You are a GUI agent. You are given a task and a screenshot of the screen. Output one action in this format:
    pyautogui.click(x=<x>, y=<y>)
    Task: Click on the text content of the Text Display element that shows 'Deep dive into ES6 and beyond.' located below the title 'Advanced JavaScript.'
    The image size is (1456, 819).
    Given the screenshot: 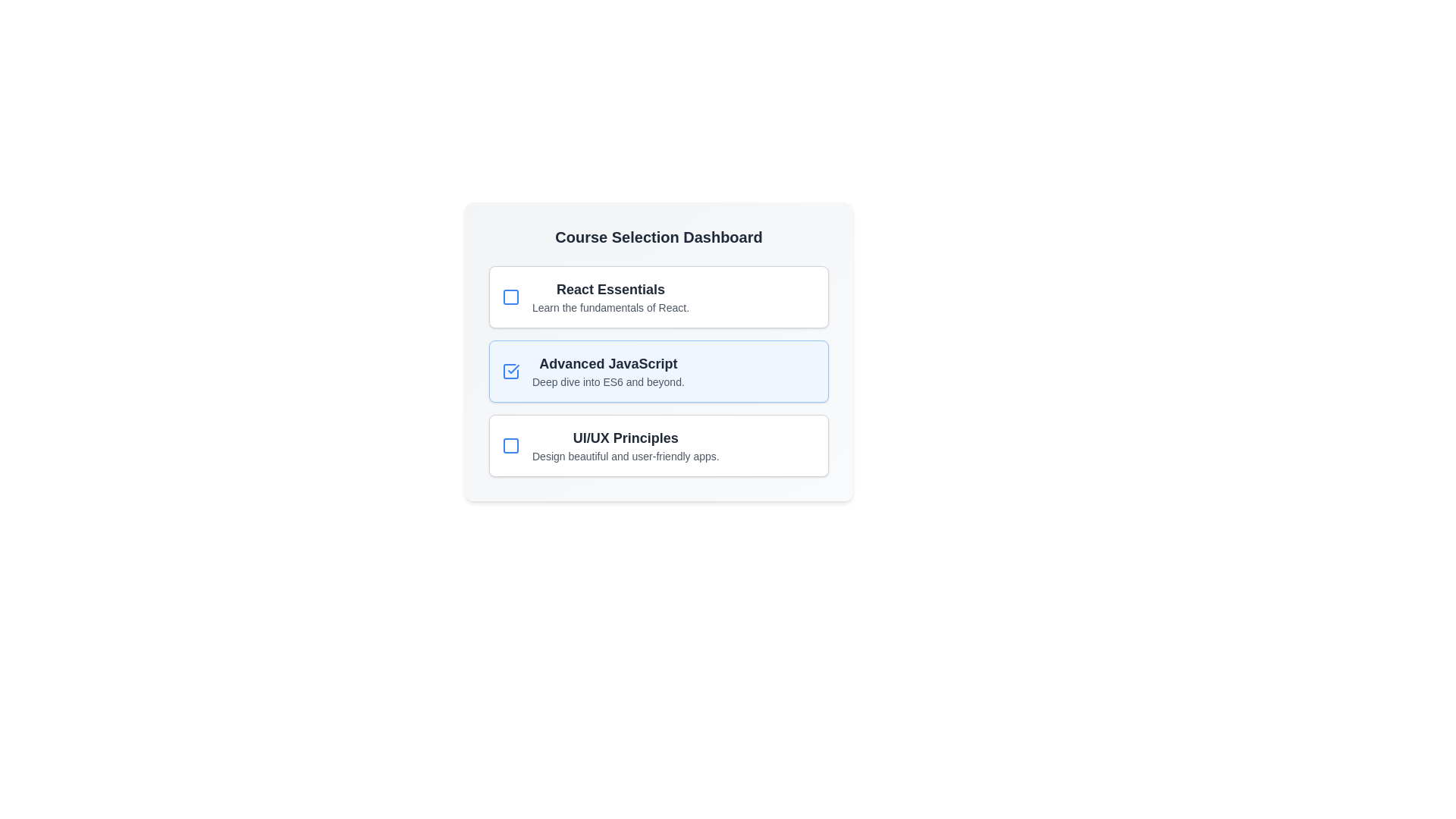 What is the action you would take?
    pyautogui.click(x=608, y=381)
    